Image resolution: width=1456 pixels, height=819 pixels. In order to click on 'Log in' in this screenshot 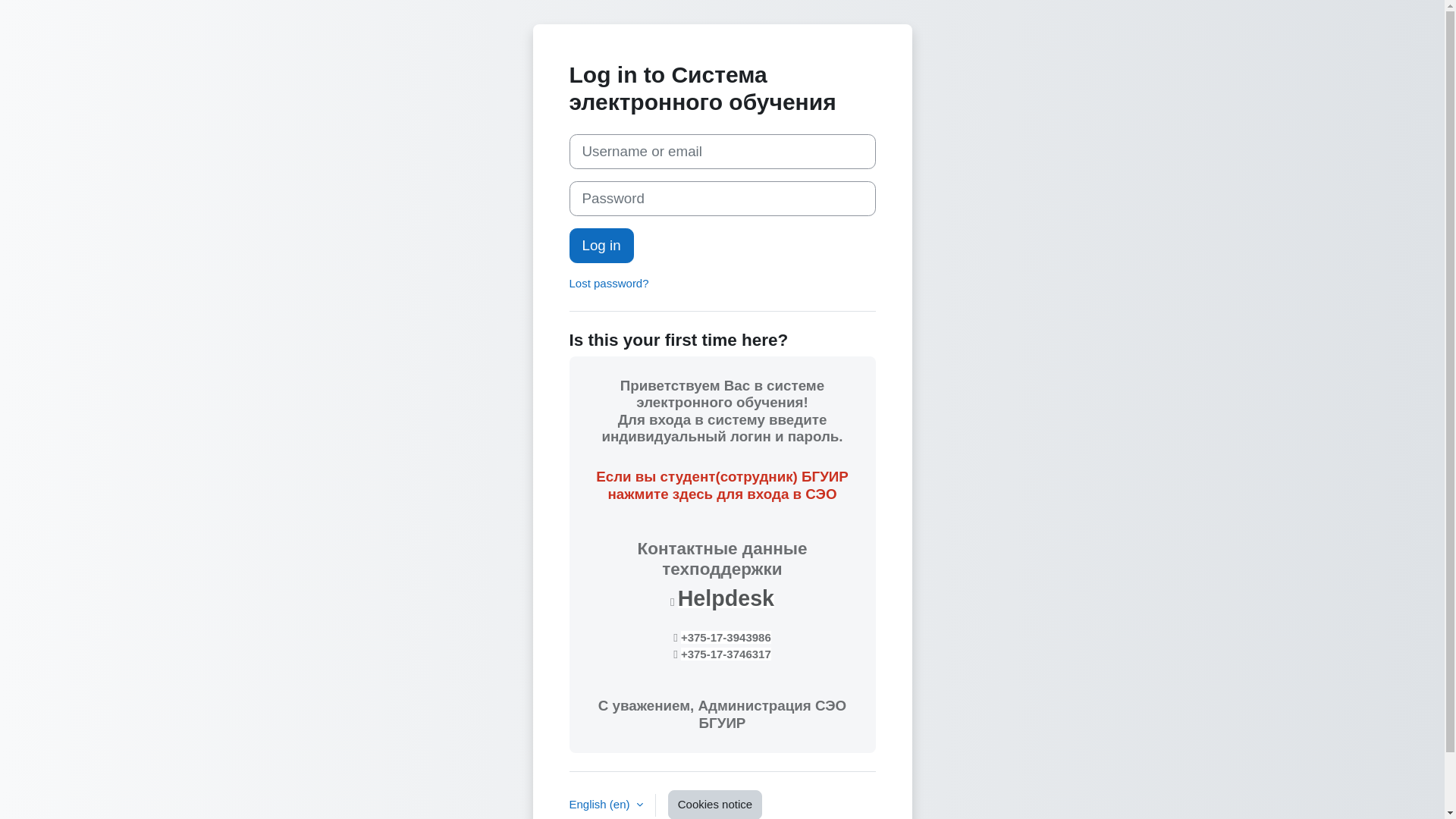, I will do `click(600, 245)`.